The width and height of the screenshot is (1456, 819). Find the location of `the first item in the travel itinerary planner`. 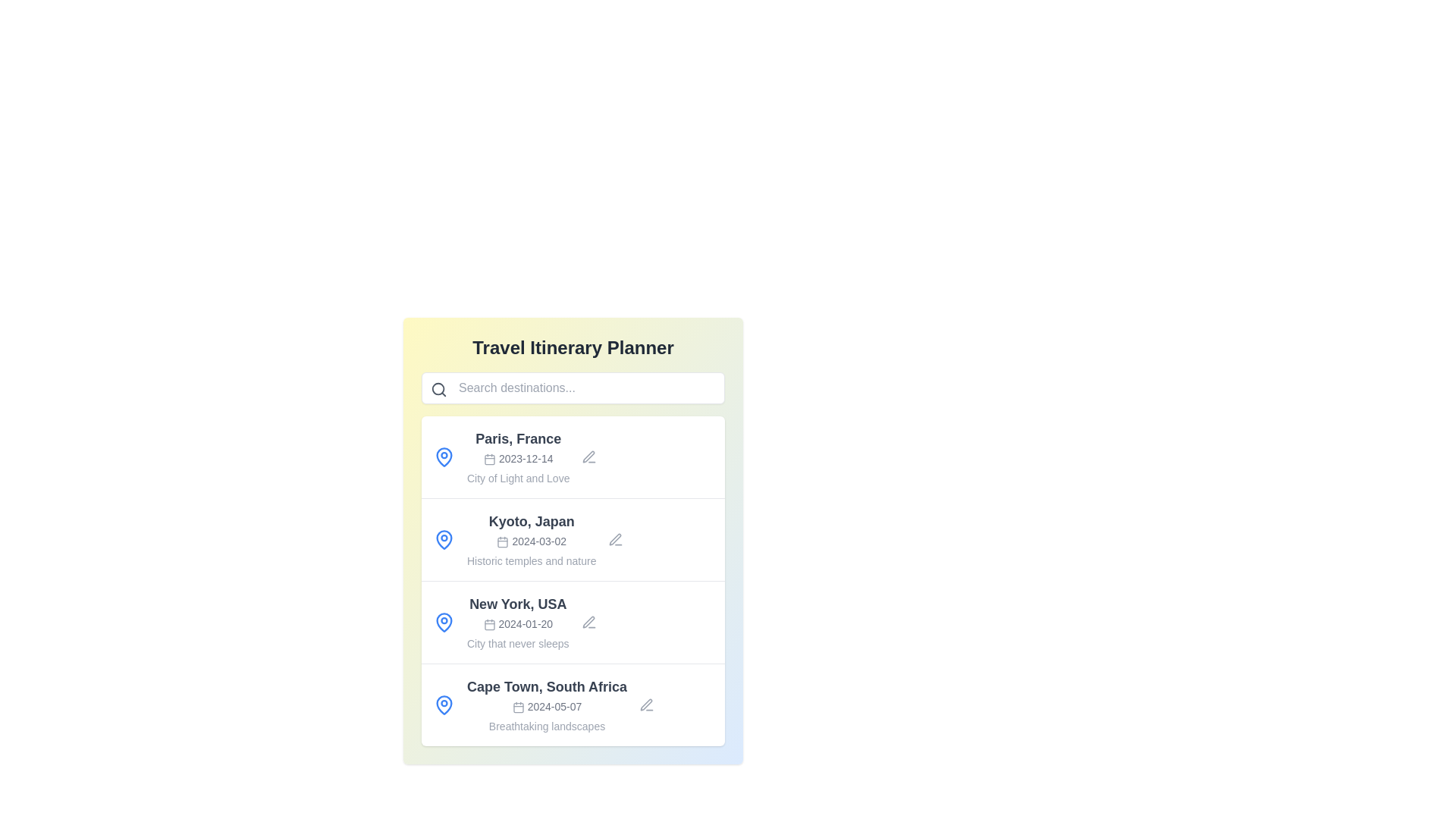

the first item in the travel itinerary planner is located at coordinates (572, 456).